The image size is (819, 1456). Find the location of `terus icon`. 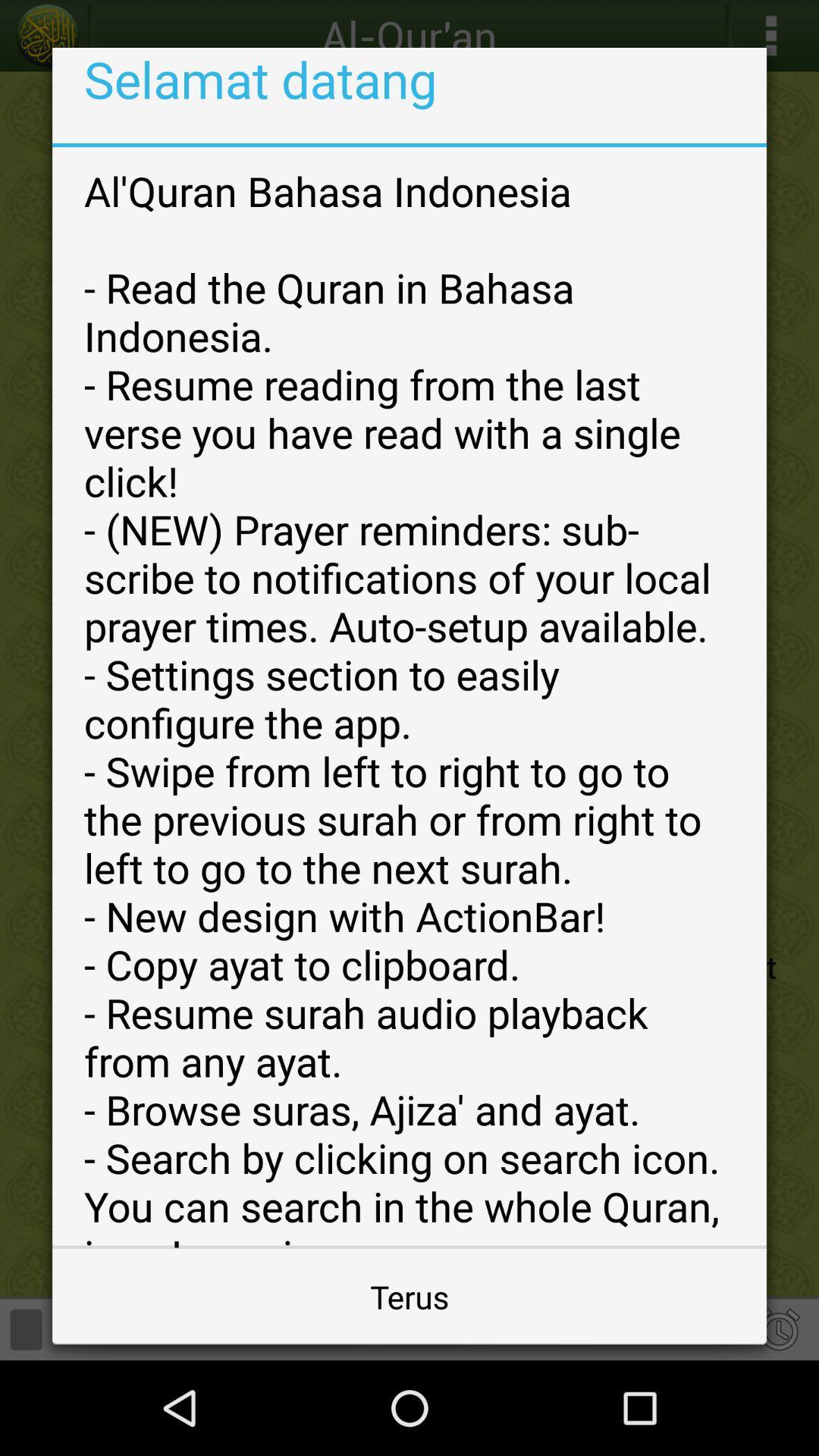

terus icon is located at coordinates (409, 1295).